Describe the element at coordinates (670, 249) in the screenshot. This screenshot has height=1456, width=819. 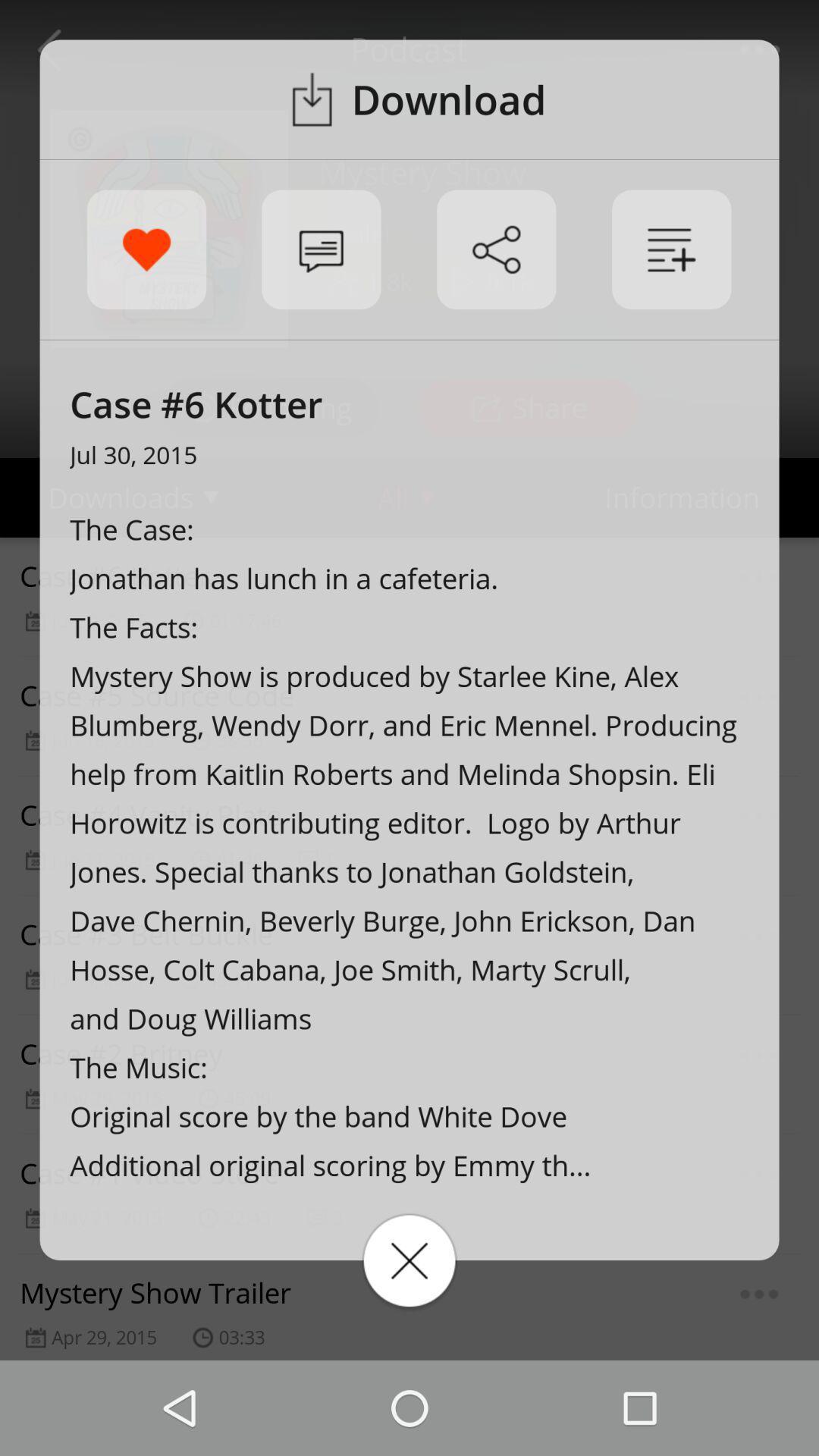
I see `item at the top right corner` at that location.